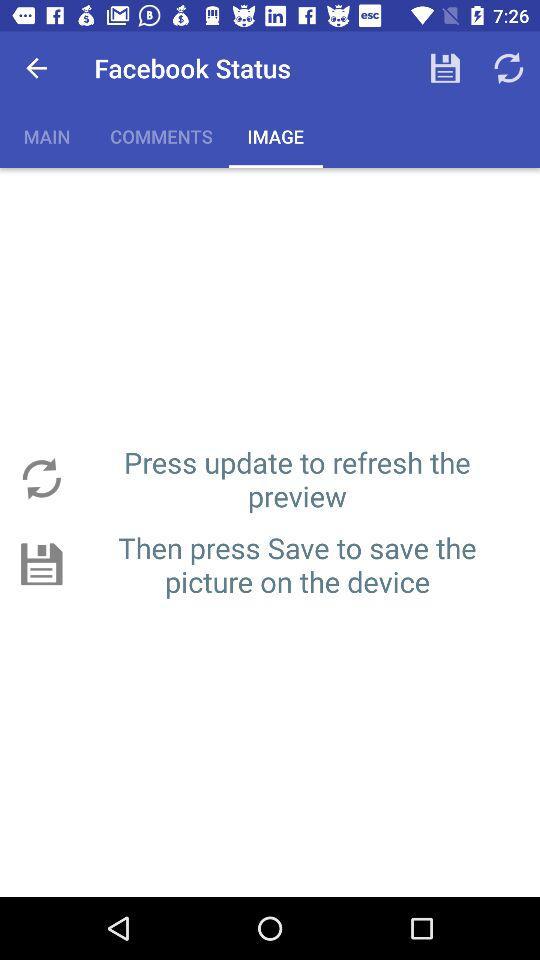 This screenshot has width=540, height=960. Describe the element at coordinates (36, 68) in the screenshot. I see `app to the left of facebook status` at that location.